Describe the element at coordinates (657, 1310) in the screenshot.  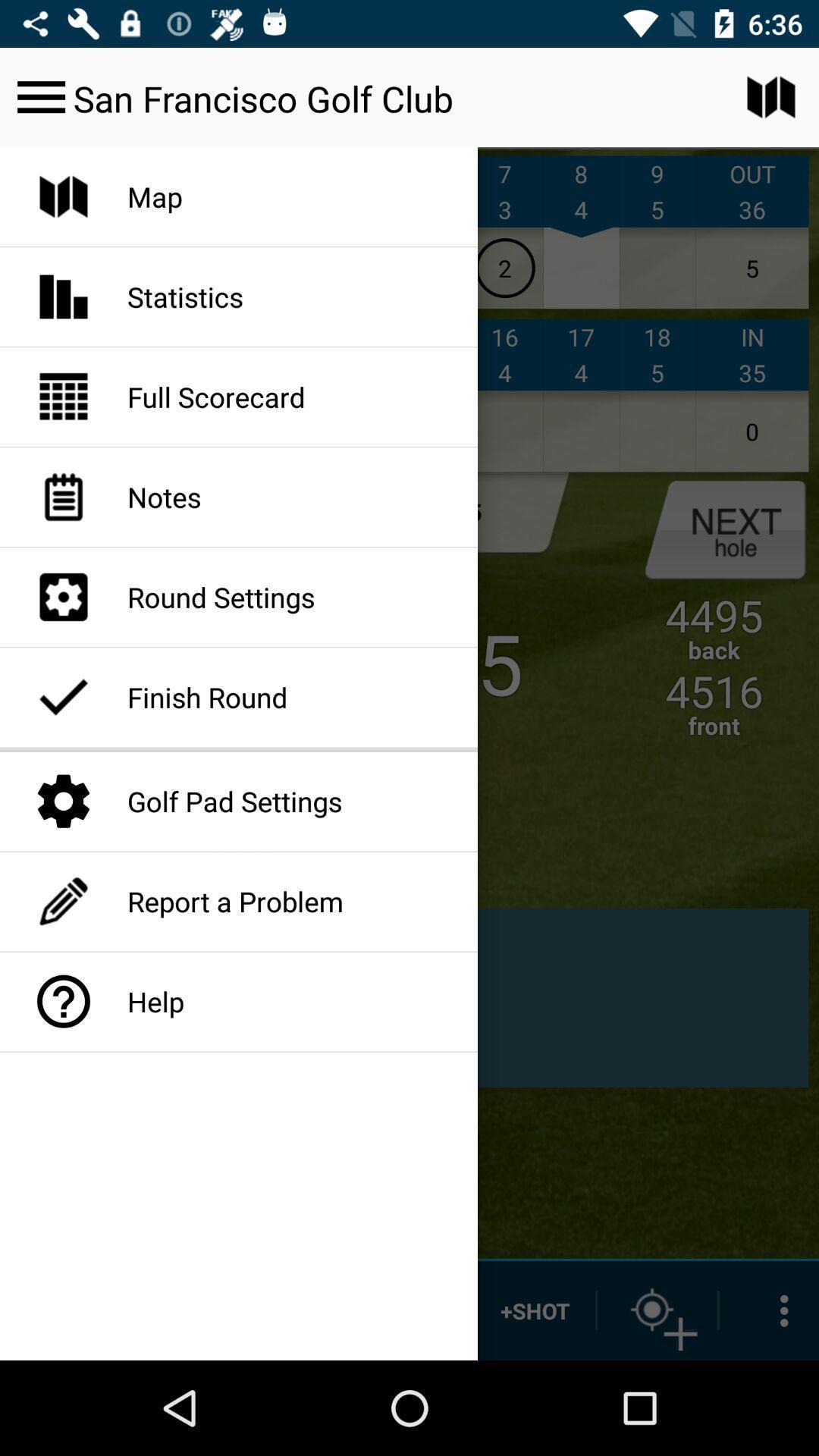
I see `the location_crosshair icon` at that location.